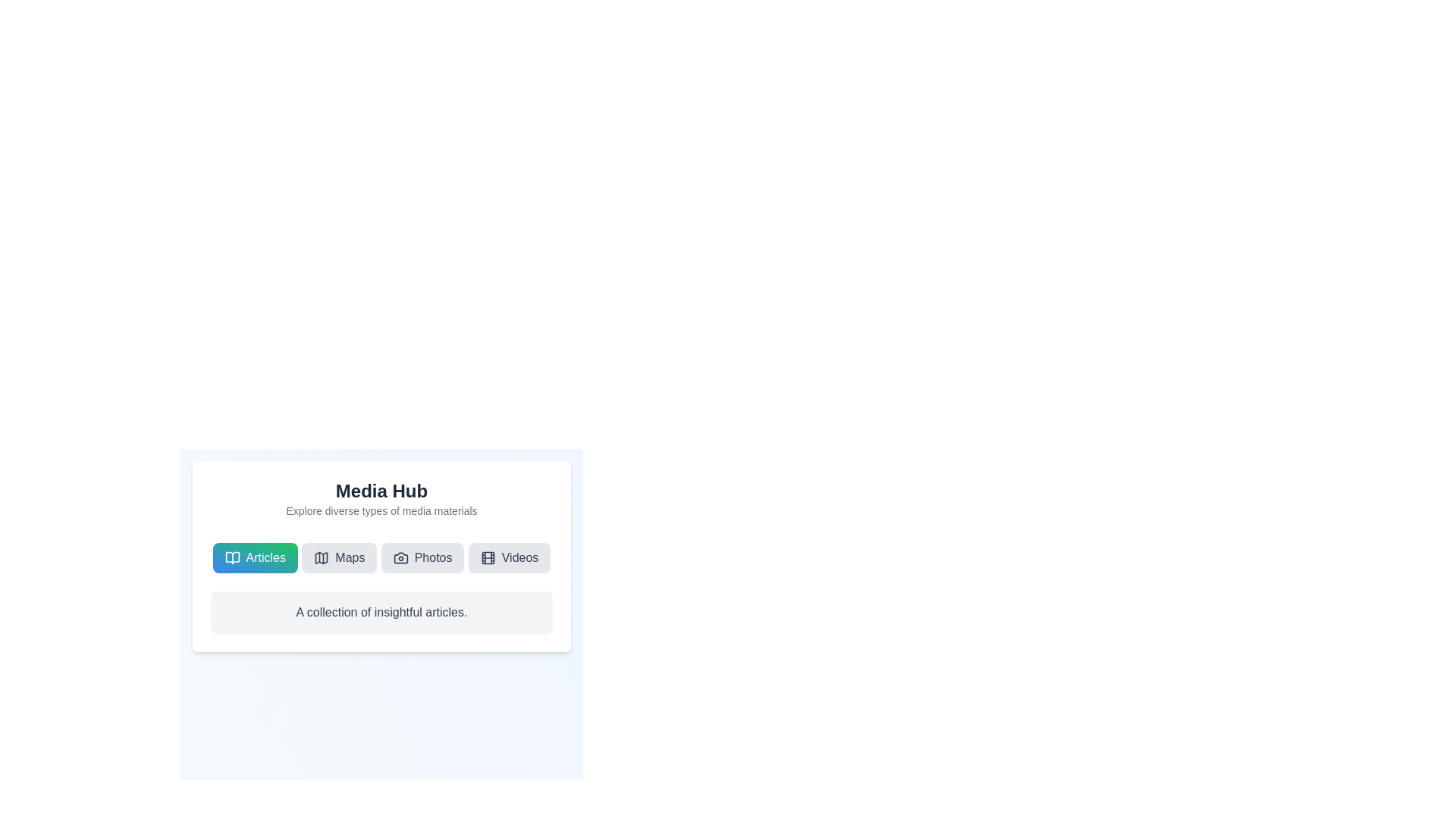 The image size is (1456, 819). What do you see at coordinates (338, 558) in the screenshot?
I see `the 'Maps' navigation button located below the 'Media Hub' title, positioned between the 'Articles' and 'Photos' buttons` at bounding box center [338, 558].